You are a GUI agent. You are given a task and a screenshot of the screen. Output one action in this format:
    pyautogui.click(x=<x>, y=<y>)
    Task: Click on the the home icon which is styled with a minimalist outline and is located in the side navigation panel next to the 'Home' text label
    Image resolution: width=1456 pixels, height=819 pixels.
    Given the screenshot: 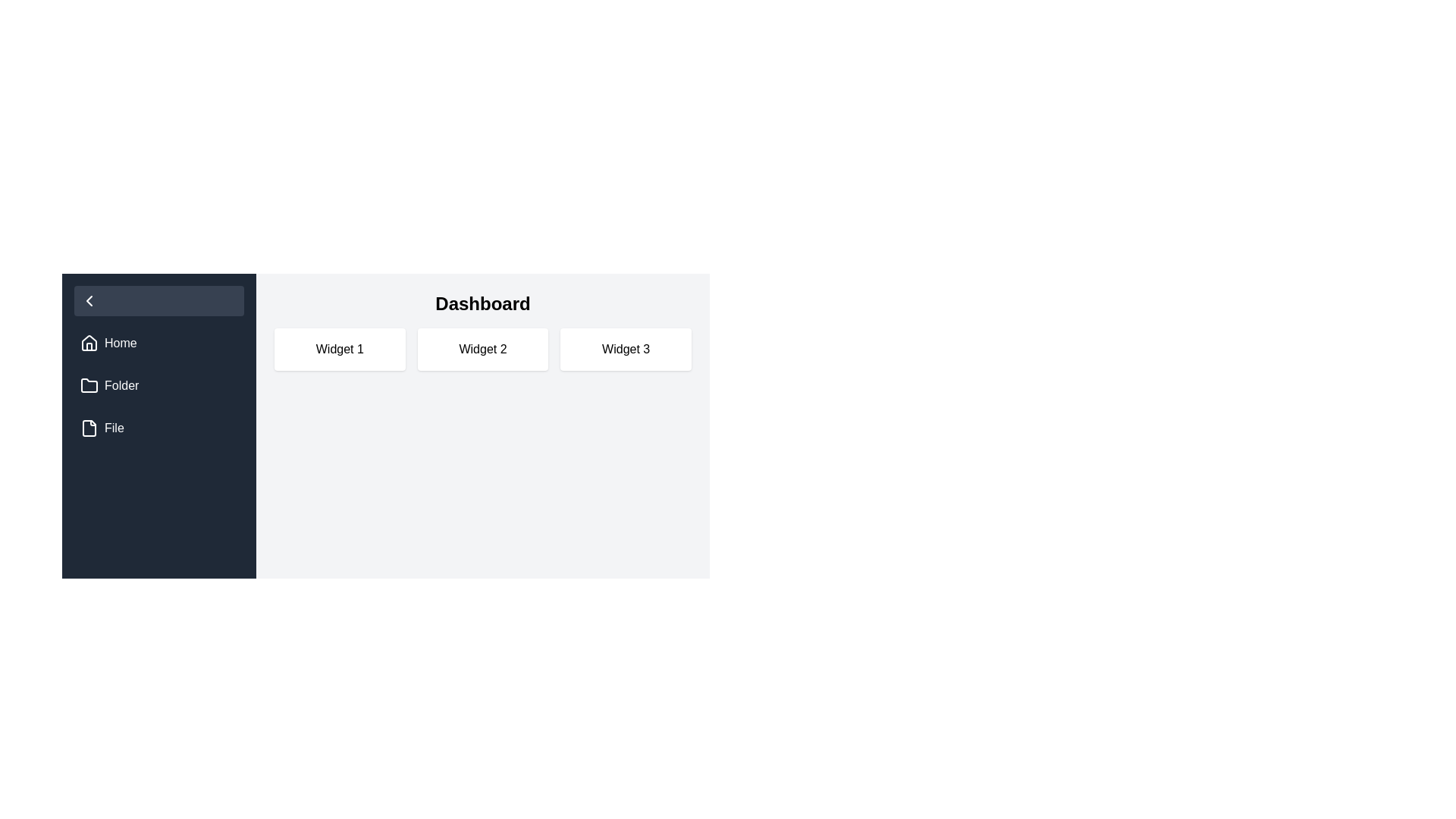 What is the action you would take?
    pyautogui.click(x=89, y=342)
    